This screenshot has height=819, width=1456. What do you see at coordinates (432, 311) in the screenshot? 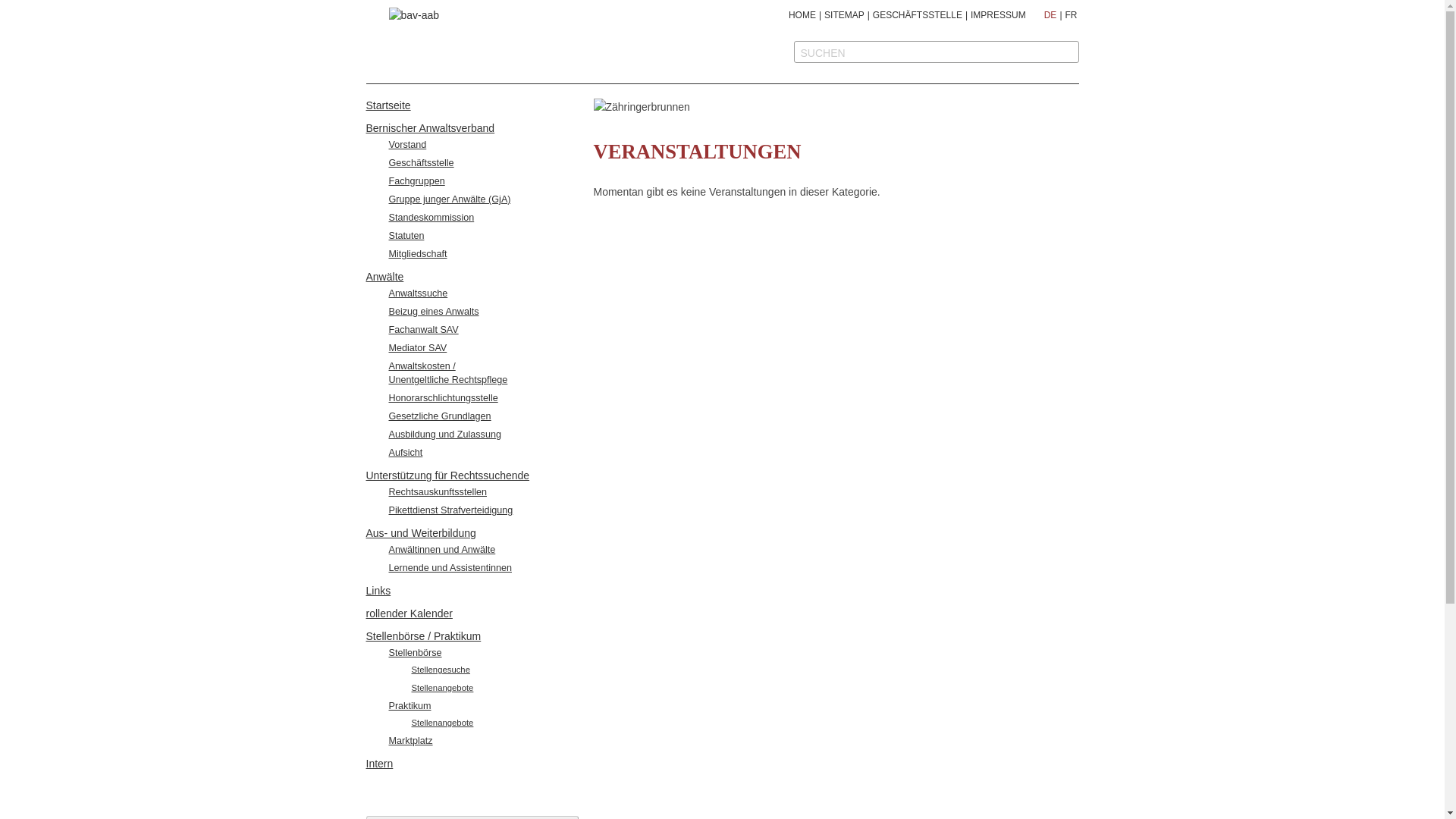
I see `'Beizug eines Anwalts'` at bounding box center [432, 311].